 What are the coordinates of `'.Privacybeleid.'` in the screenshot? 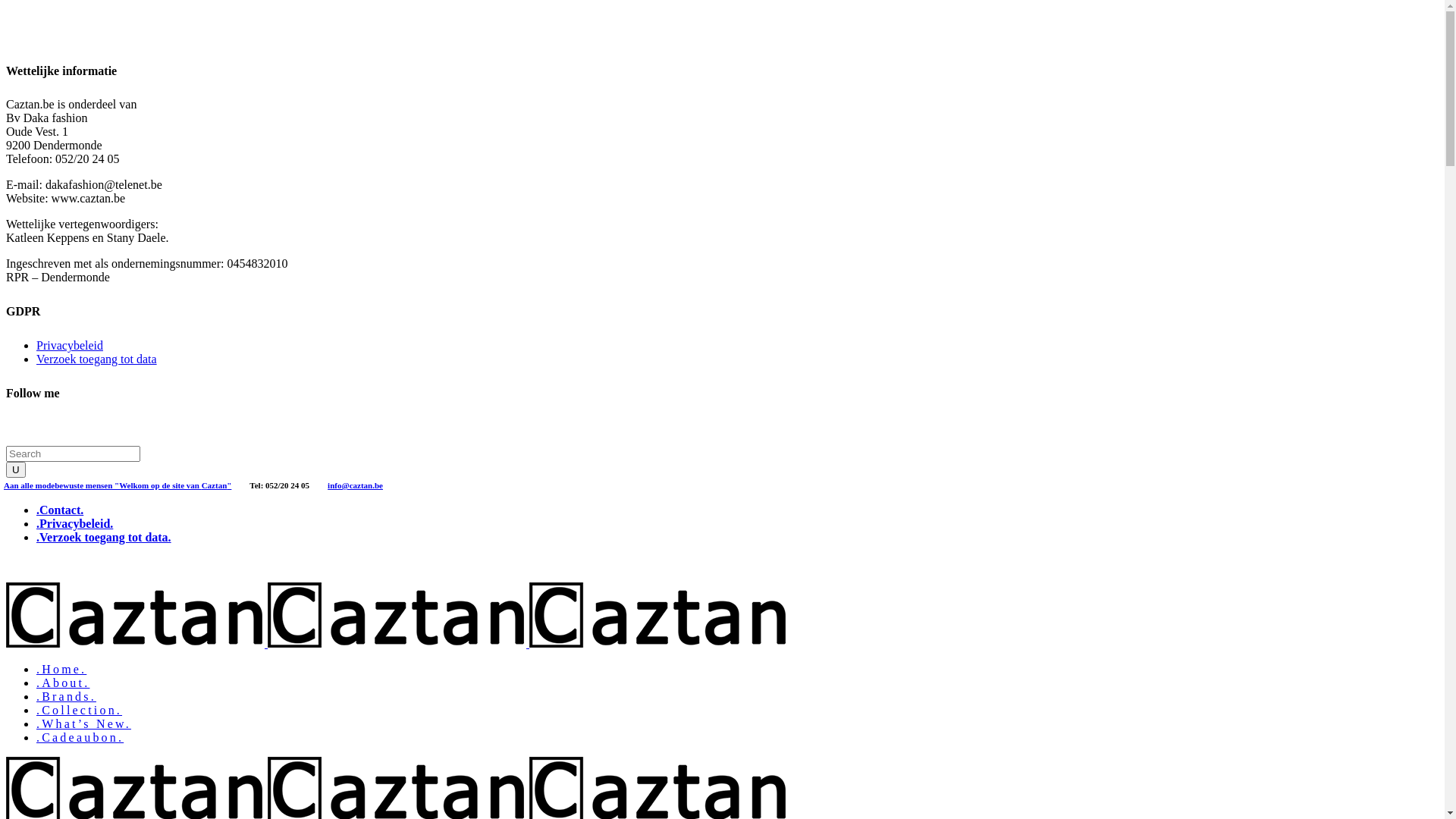 It's located at (74, 522).